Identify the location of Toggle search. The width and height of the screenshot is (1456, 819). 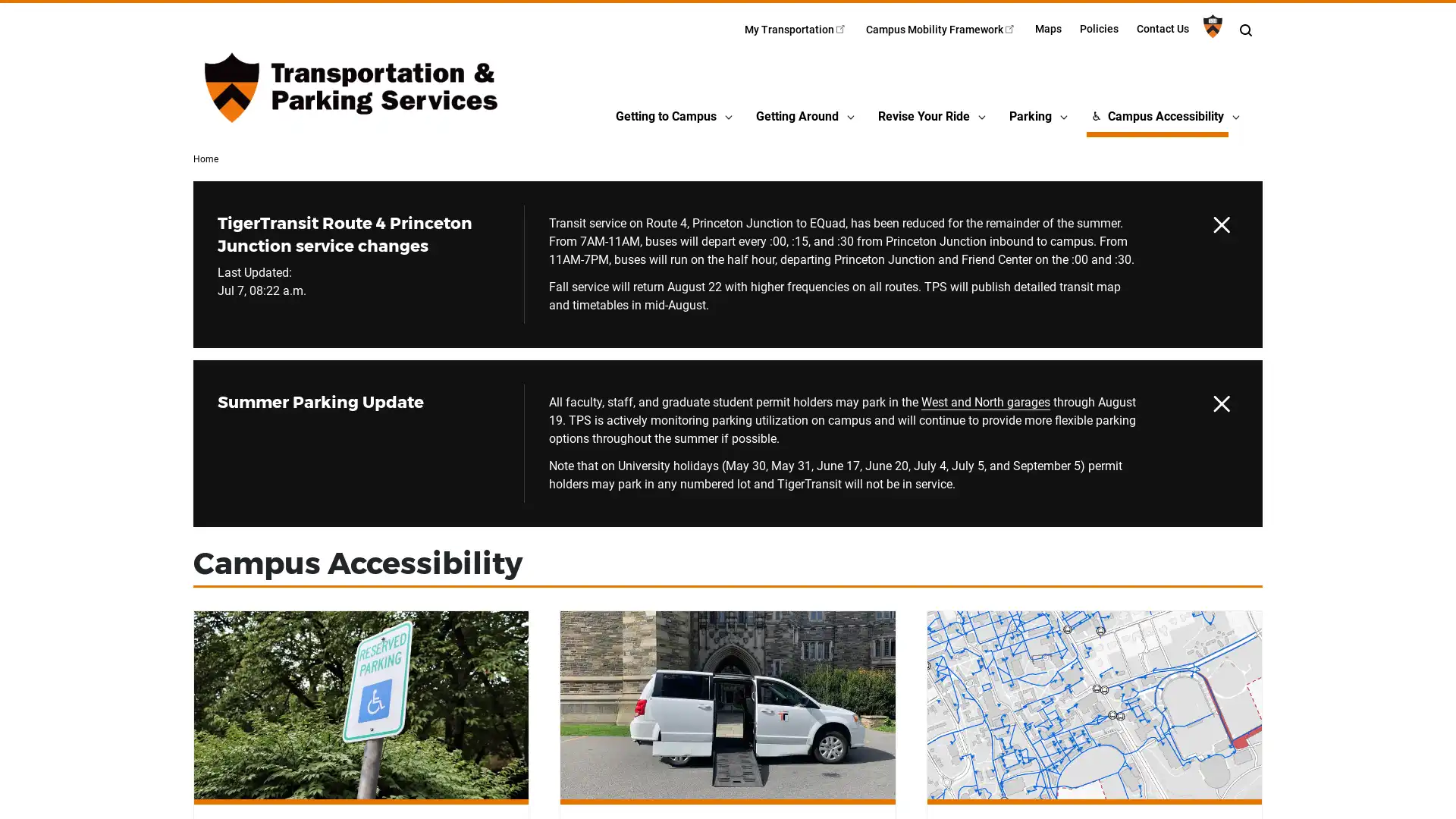
(1245, 30).